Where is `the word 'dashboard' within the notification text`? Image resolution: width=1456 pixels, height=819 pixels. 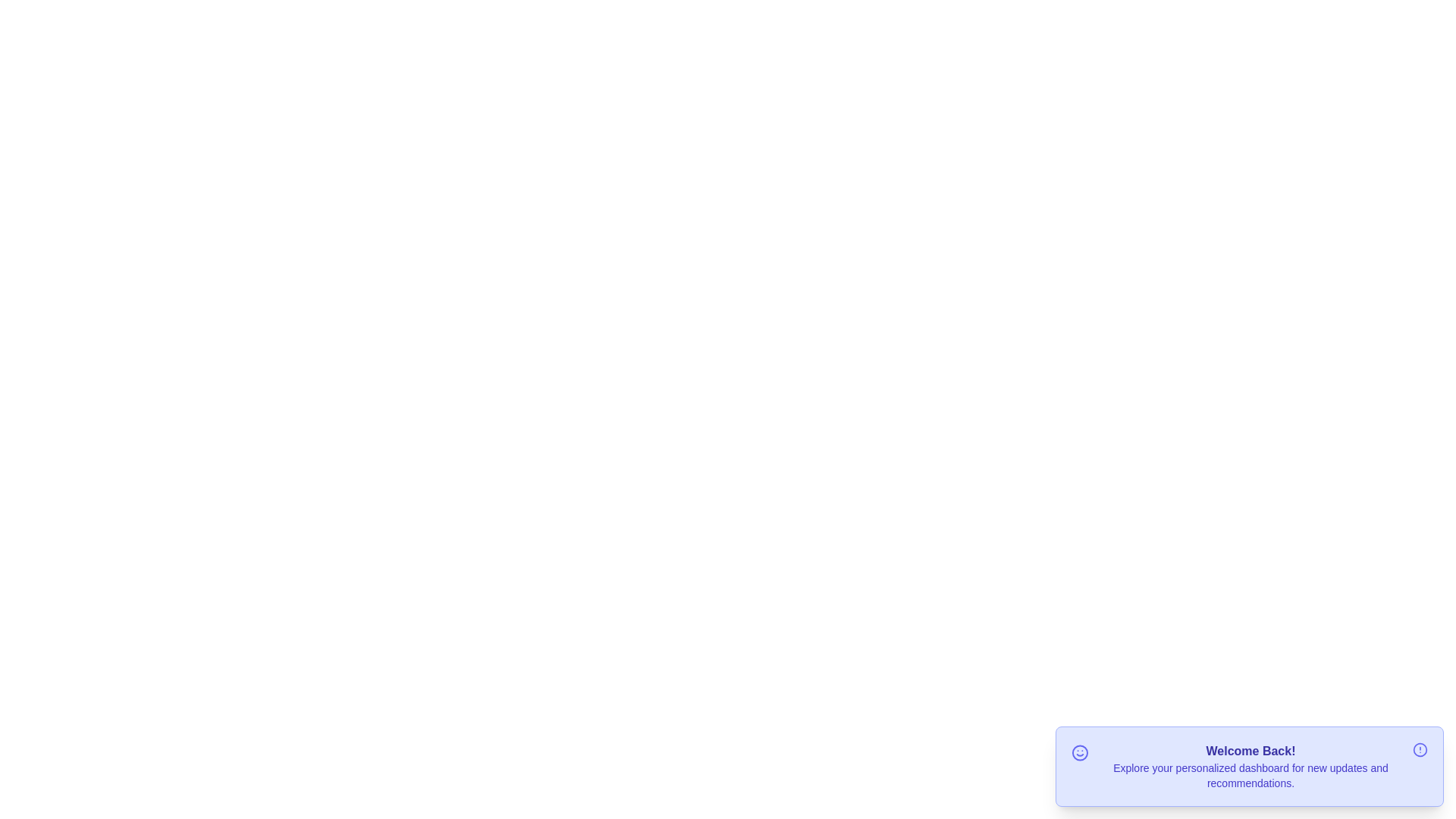 the word 'dashboard' within the notification text is located at coordinates (1212, 760).